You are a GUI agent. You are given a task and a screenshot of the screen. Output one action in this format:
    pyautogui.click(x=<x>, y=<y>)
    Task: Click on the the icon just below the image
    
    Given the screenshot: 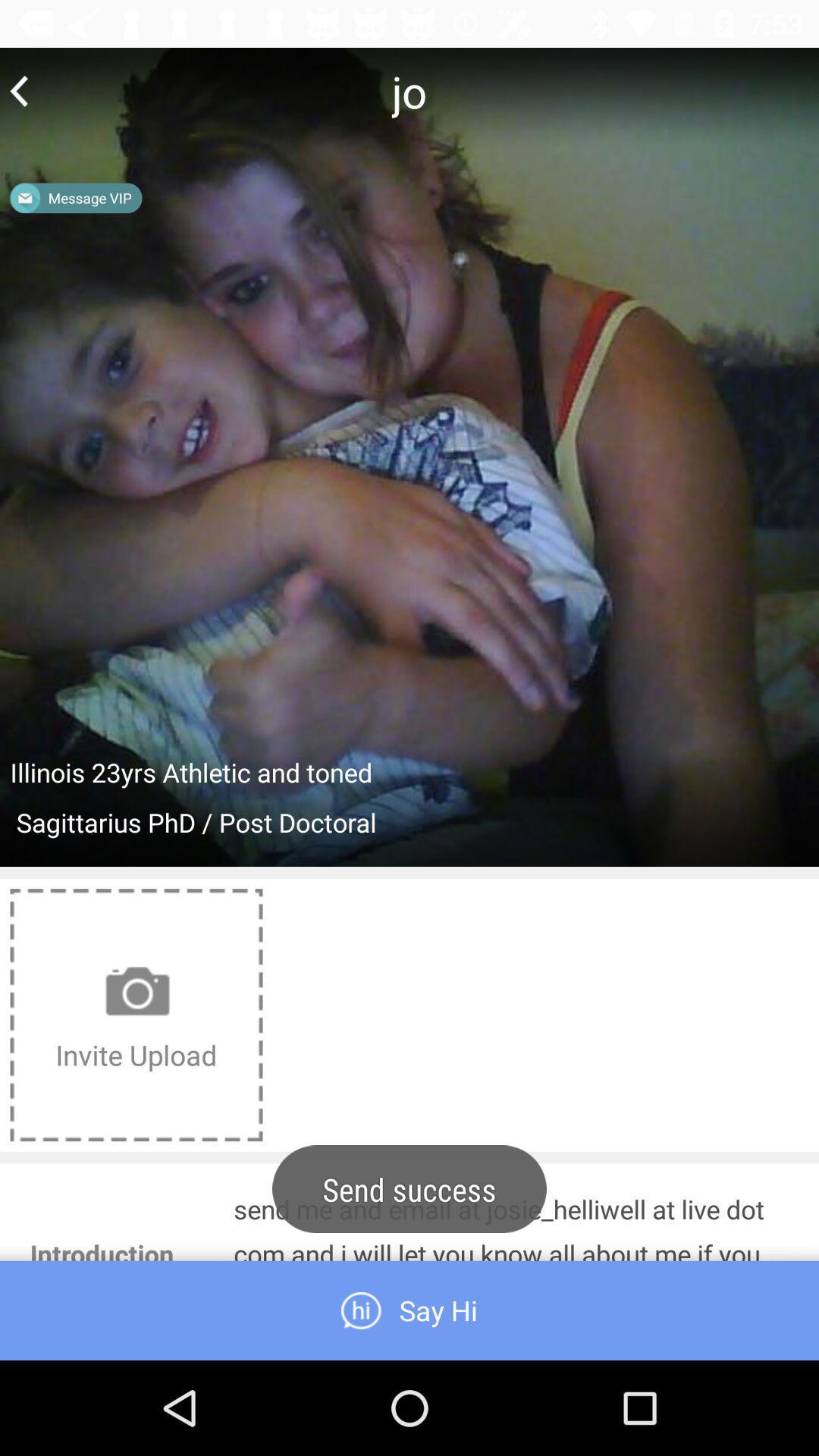 What is the action you would take?
    pyautogui.click(x=136, y=1015)
    